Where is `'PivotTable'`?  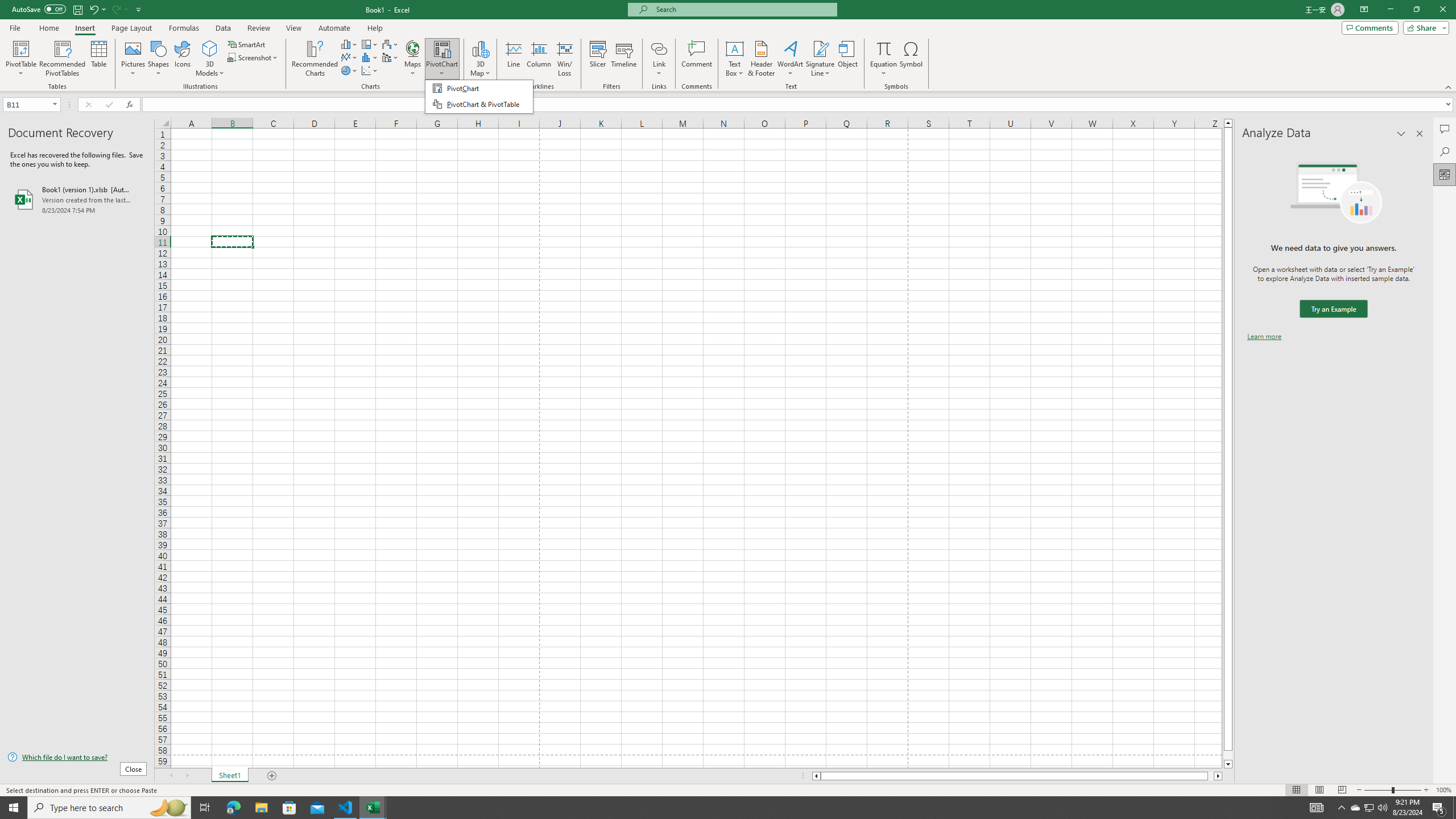
'PivotTable' is located at coordinates (20, 48).